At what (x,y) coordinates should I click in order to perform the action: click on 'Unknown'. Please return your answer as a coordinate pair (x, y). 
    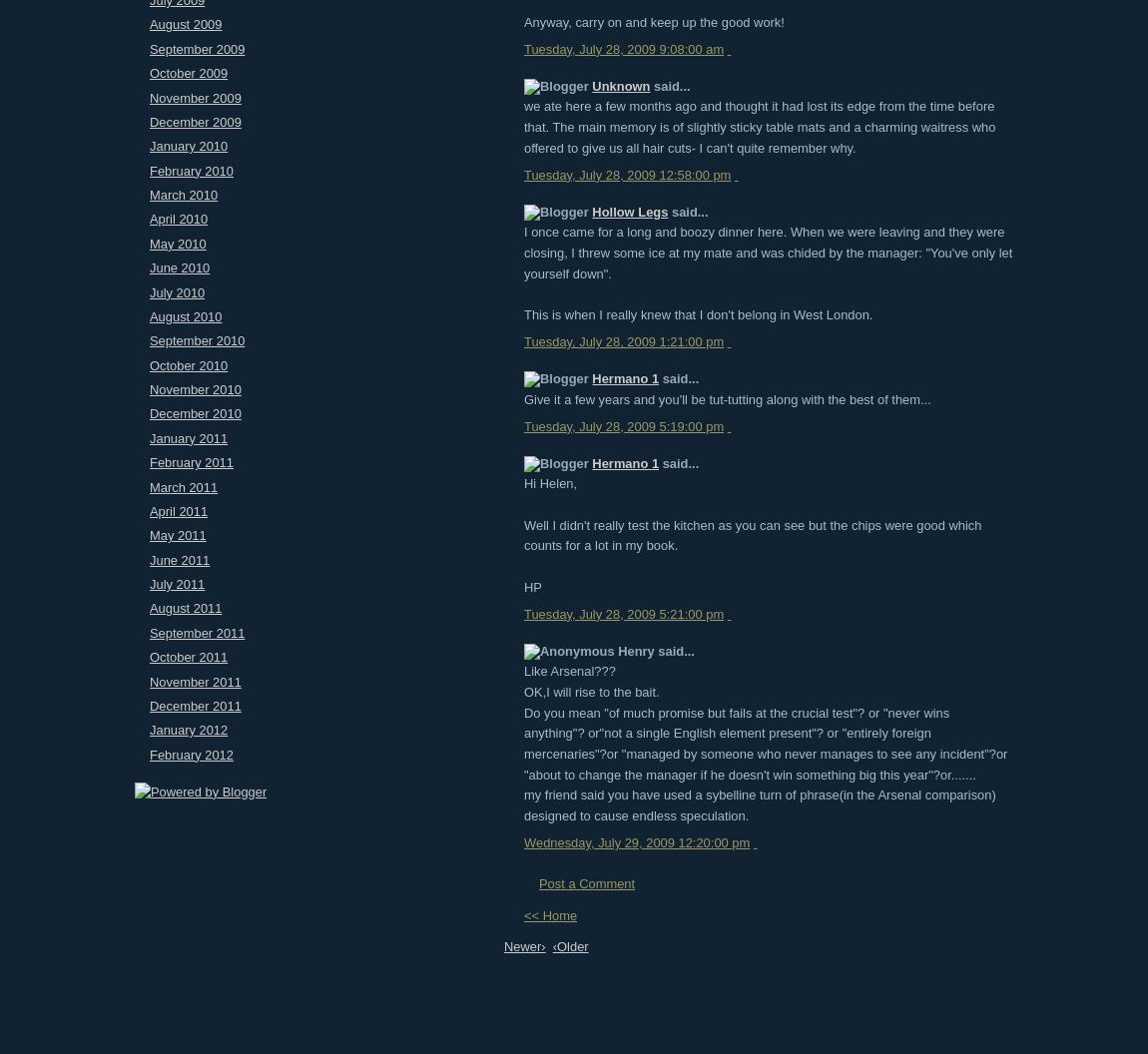
    Looking at the image, I should click on (591, 84).